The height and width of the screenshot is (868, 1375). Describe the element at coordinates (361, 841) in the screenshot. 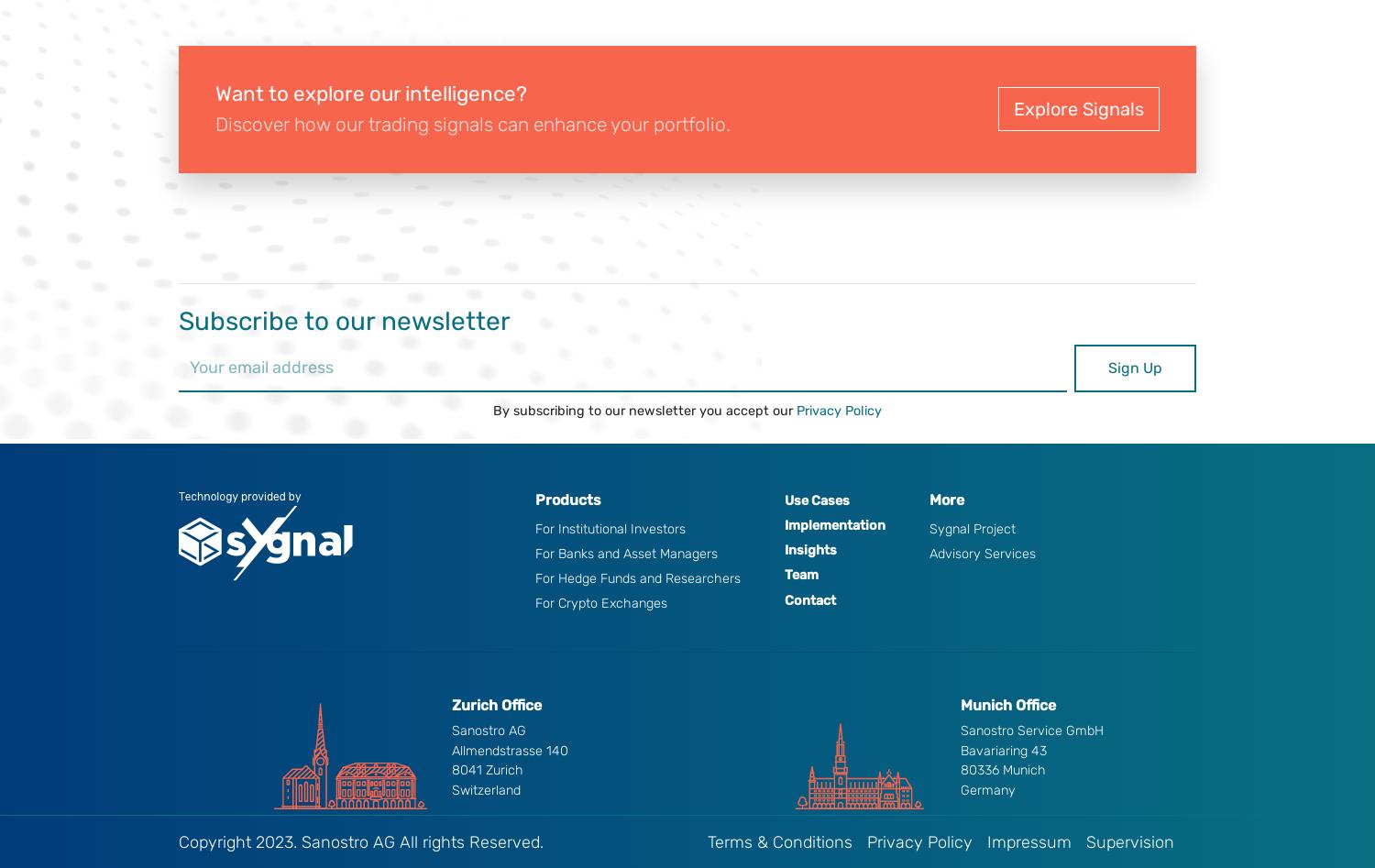

I see `'Copyright 2023. Sanostro AG All rights Reserved.'` at that location.